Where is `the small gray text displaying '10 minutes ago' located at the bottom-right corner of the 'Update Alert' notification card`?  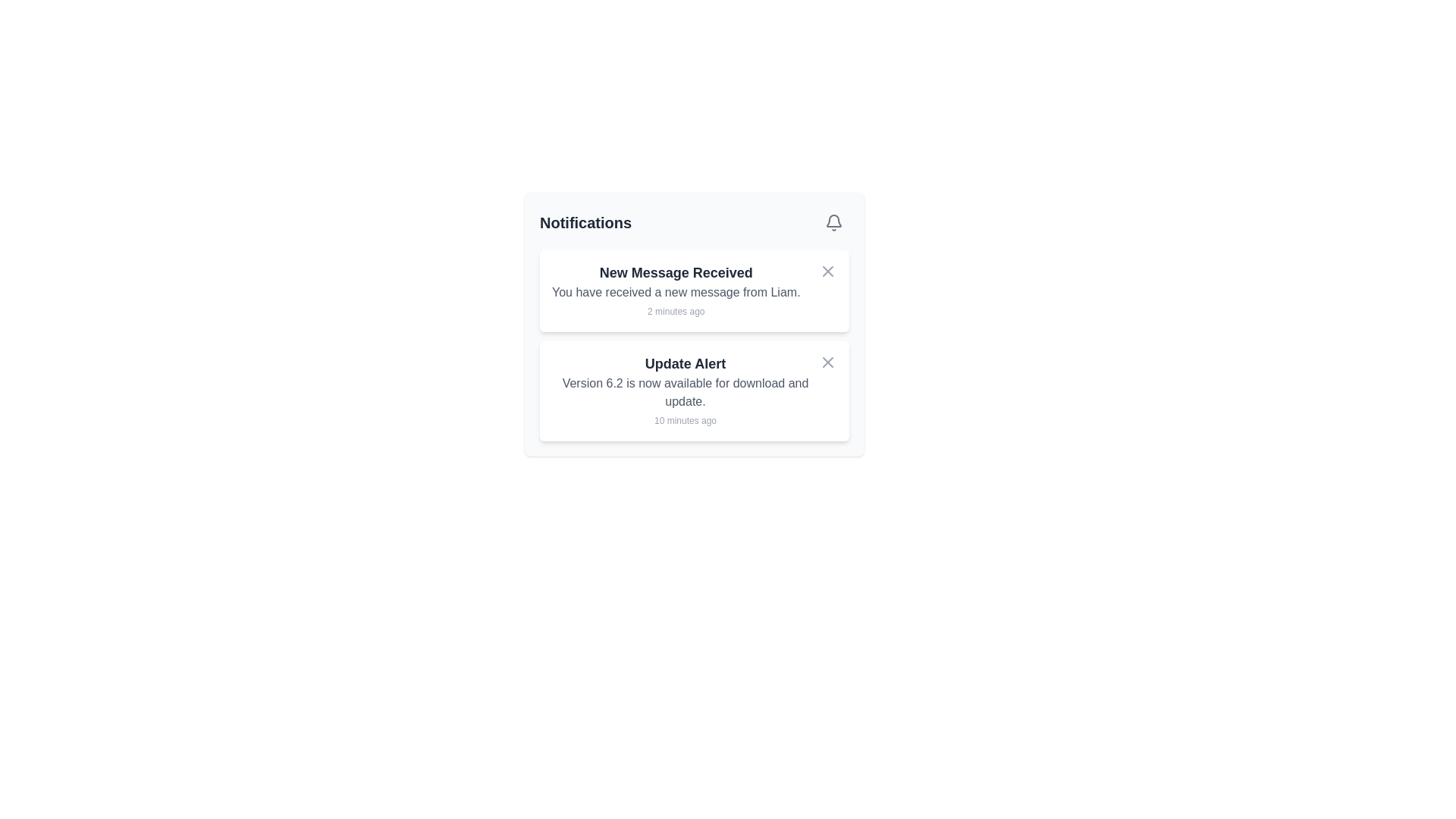
the small gray text displaying '10 minutes ago' located at the bottom-right corner of the 'Update Alert' notification card is located at coordinates (684, 421).